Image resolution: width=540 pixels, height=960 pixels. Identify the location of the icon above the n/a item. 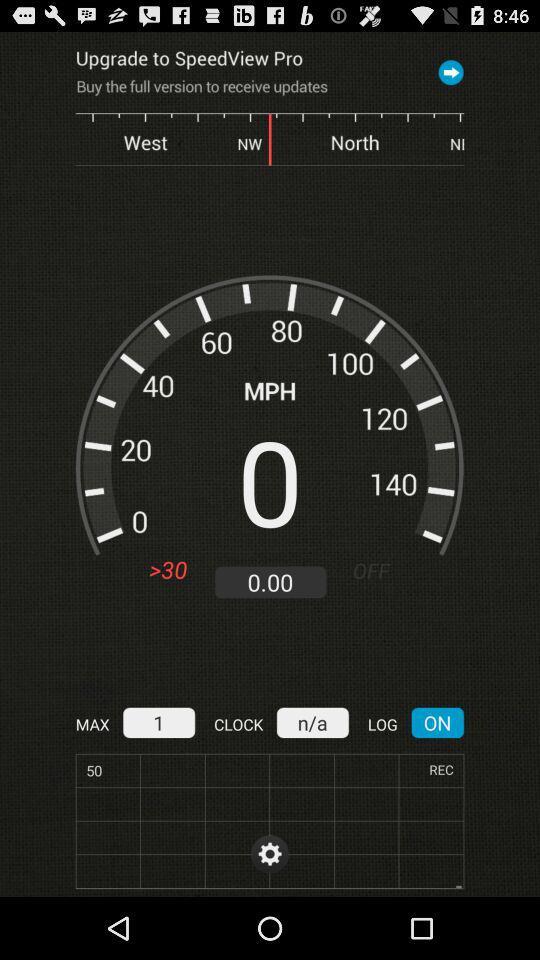
(379, 570).